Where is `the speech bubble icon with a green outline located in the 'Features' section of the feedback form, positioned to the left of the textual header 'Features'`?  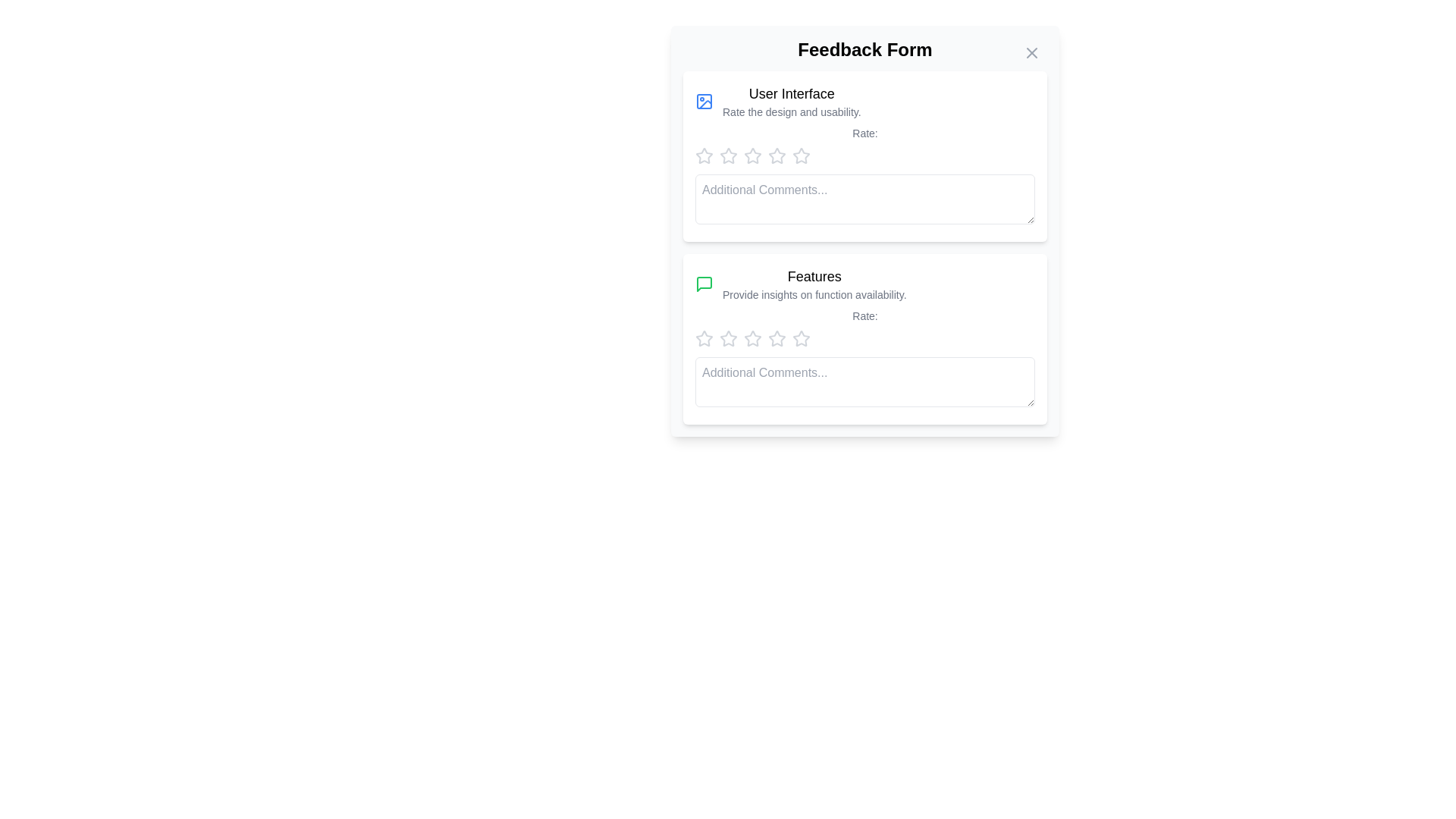 the speech bubble icon with a green outline located in the 'Features' section of the feedback form, positioned to the left of the textual header 'Features' is located at coordinates (704, 284).